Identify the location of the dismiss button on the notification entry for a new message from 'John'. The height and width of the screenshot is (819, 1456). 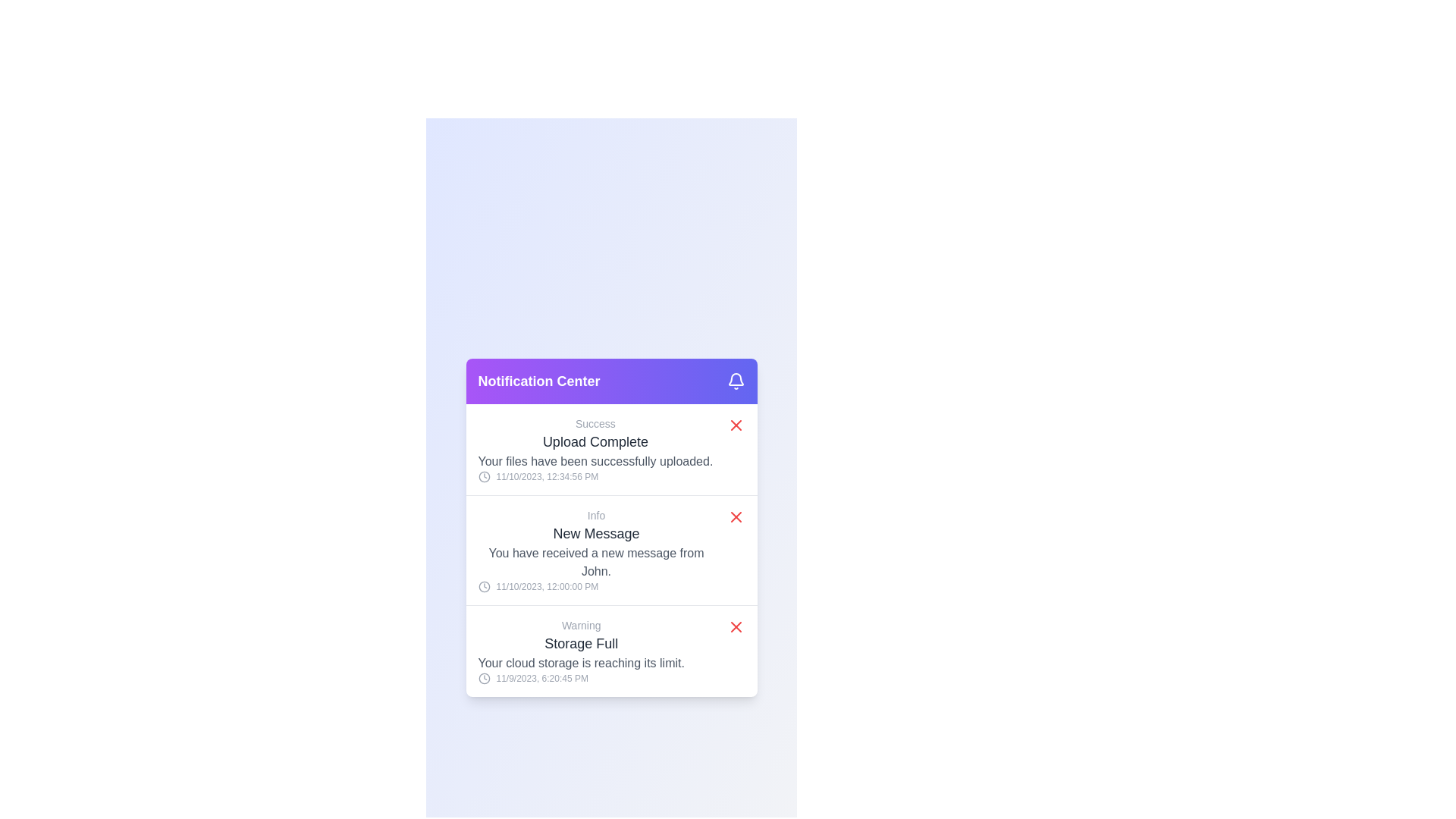
(736, 516).